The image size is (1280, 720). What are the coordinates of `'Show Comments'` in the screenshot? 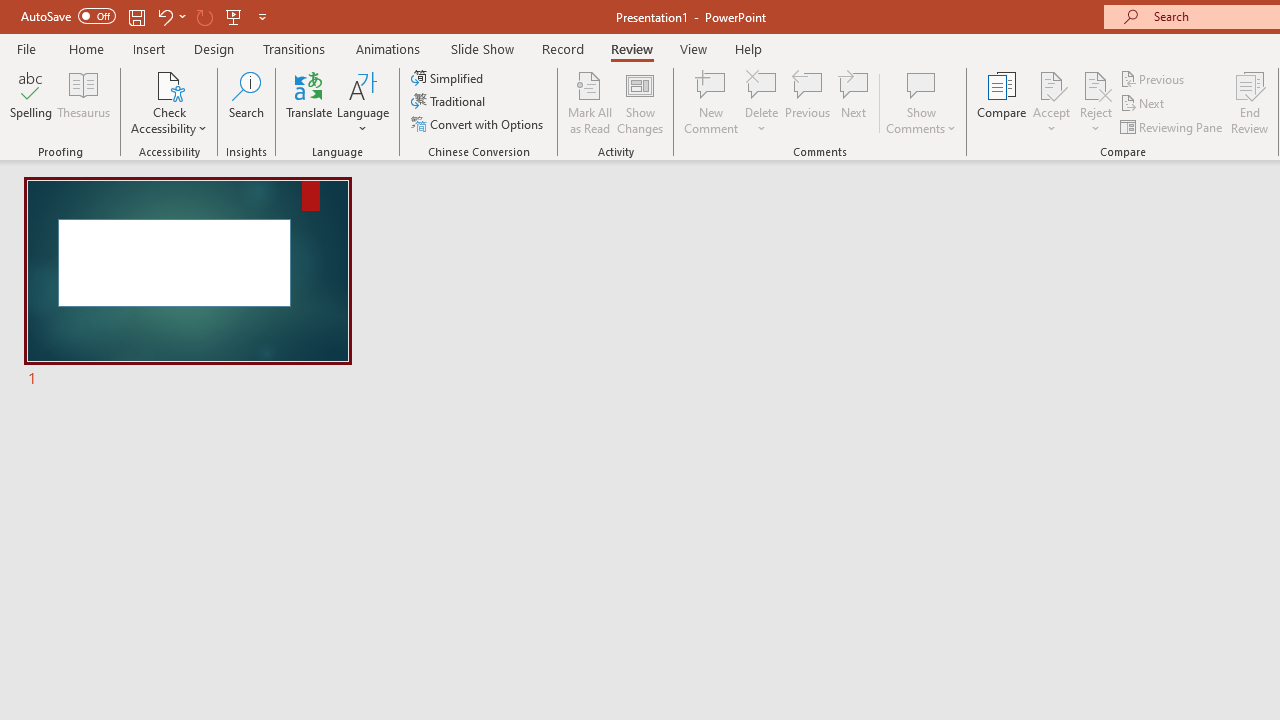 It's located at (920, 103).